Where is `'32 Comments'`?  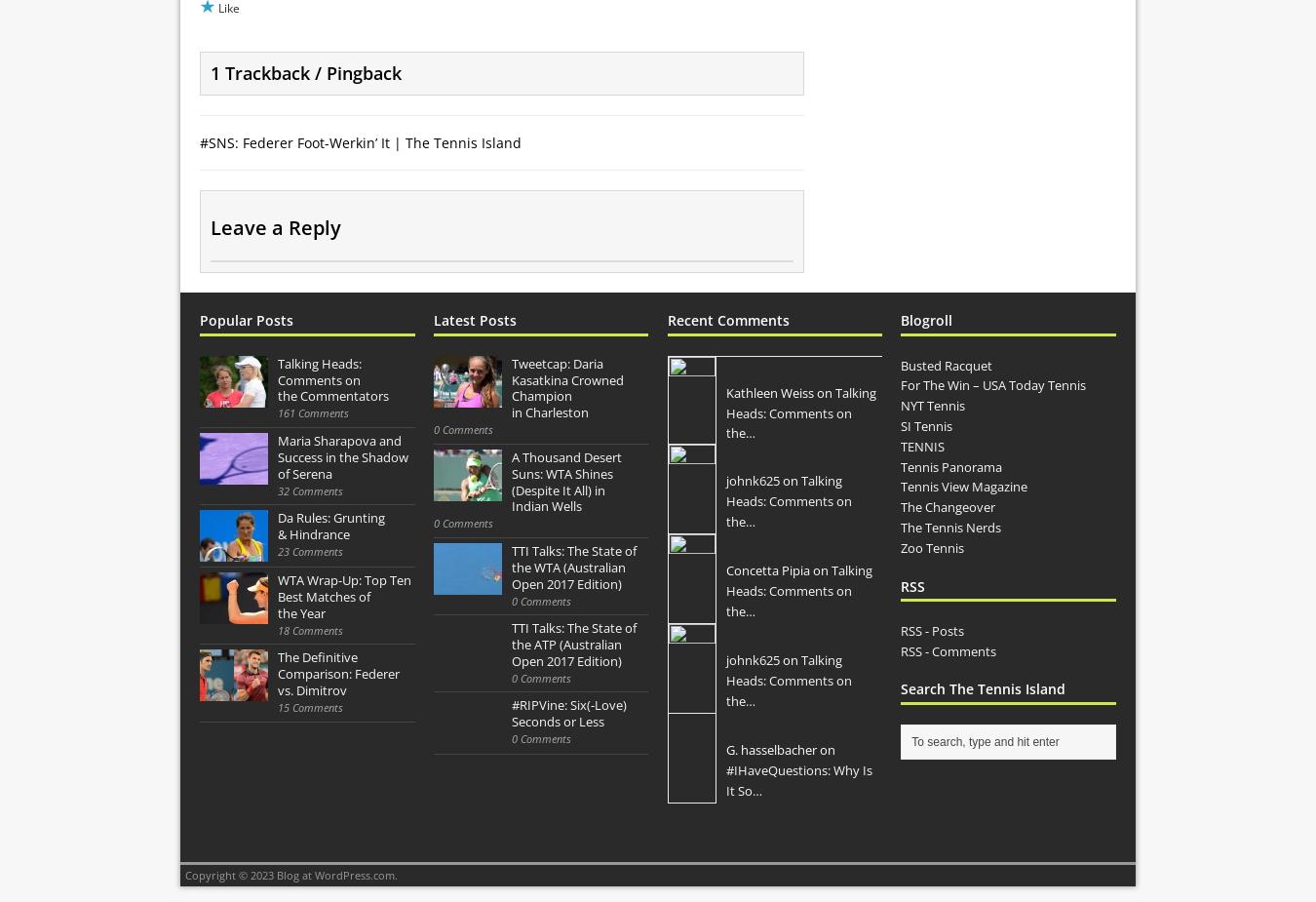 '32 Comments' is located at coordinates (276, 490).